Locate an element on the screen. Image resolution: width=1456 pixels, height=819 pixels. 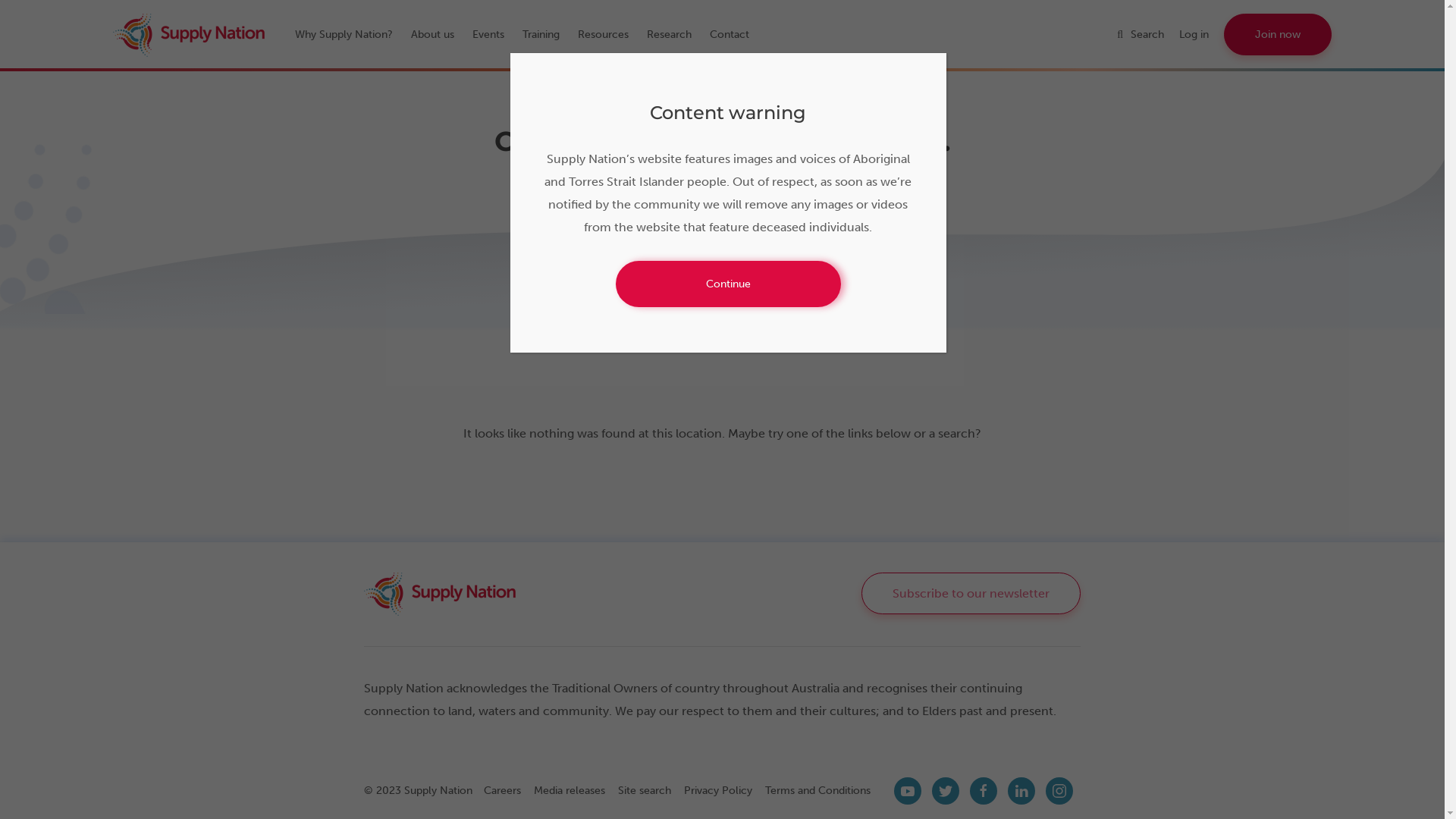
'Supply Nation on Twitter' is located at coordinates (945, 789).